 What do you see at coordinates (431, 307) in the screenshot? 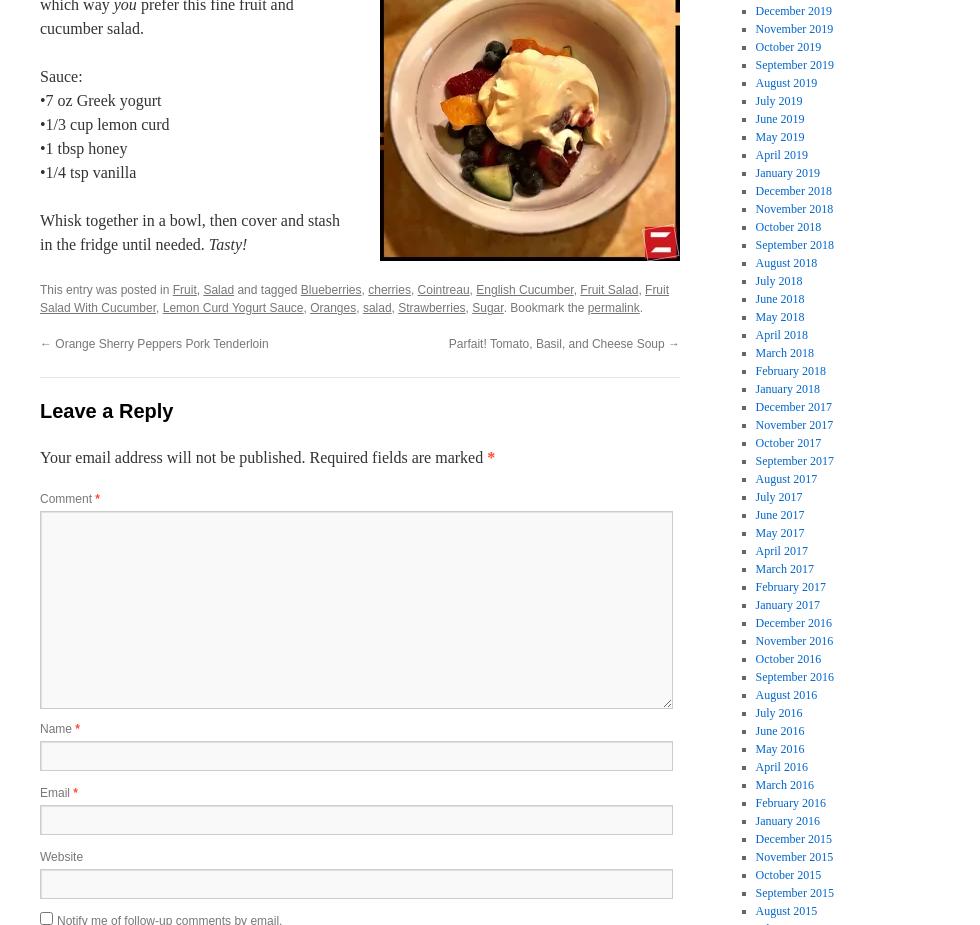
I see `'Strawberries'` at bounding box center [431, 307].